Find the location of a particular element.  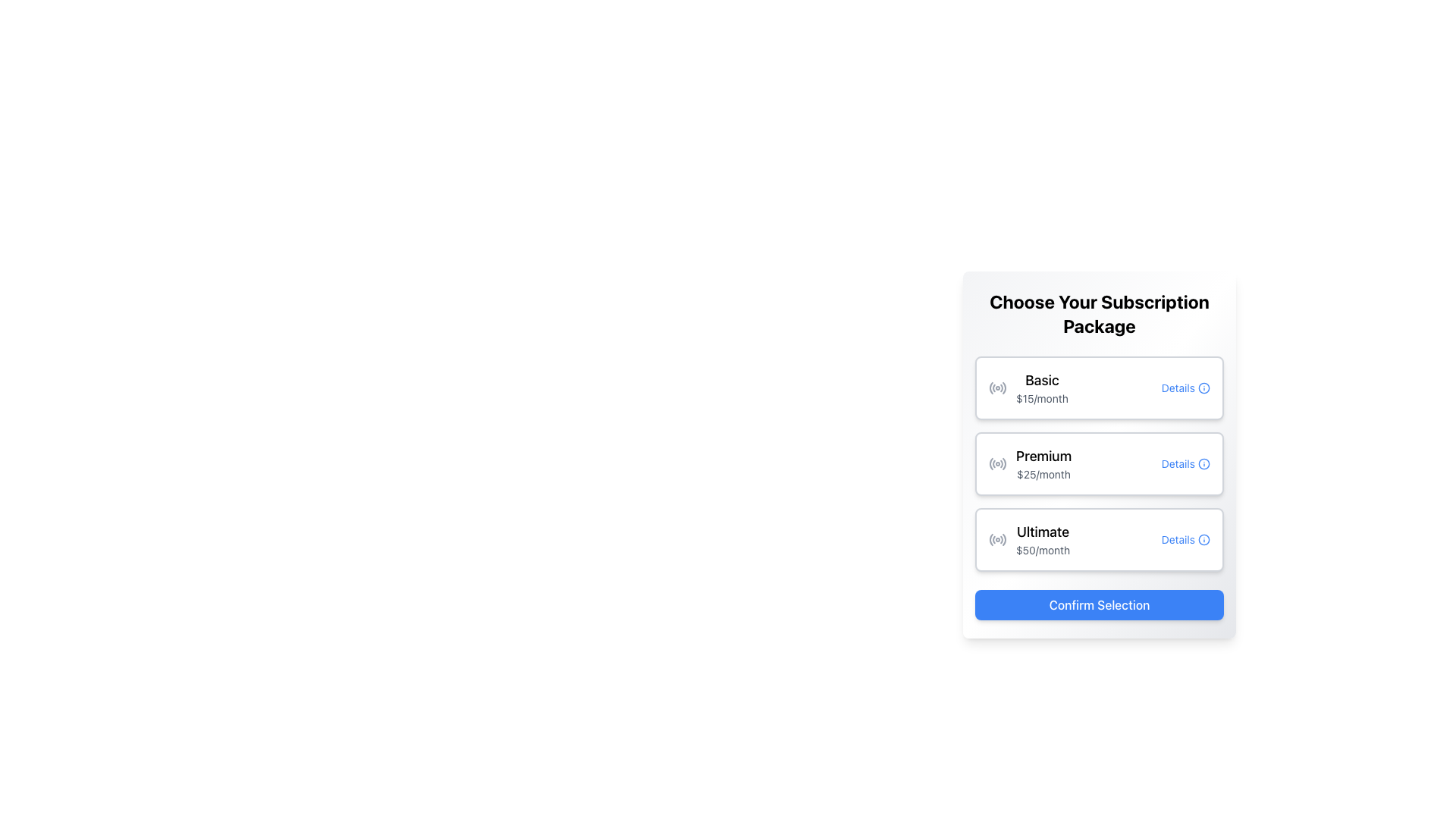

the text label that displays the monthly cost of the 'Basic' subscription plan, which is located beneath the heading 'Basic' in the first subscription option block is located at coordinates (1041, 397).